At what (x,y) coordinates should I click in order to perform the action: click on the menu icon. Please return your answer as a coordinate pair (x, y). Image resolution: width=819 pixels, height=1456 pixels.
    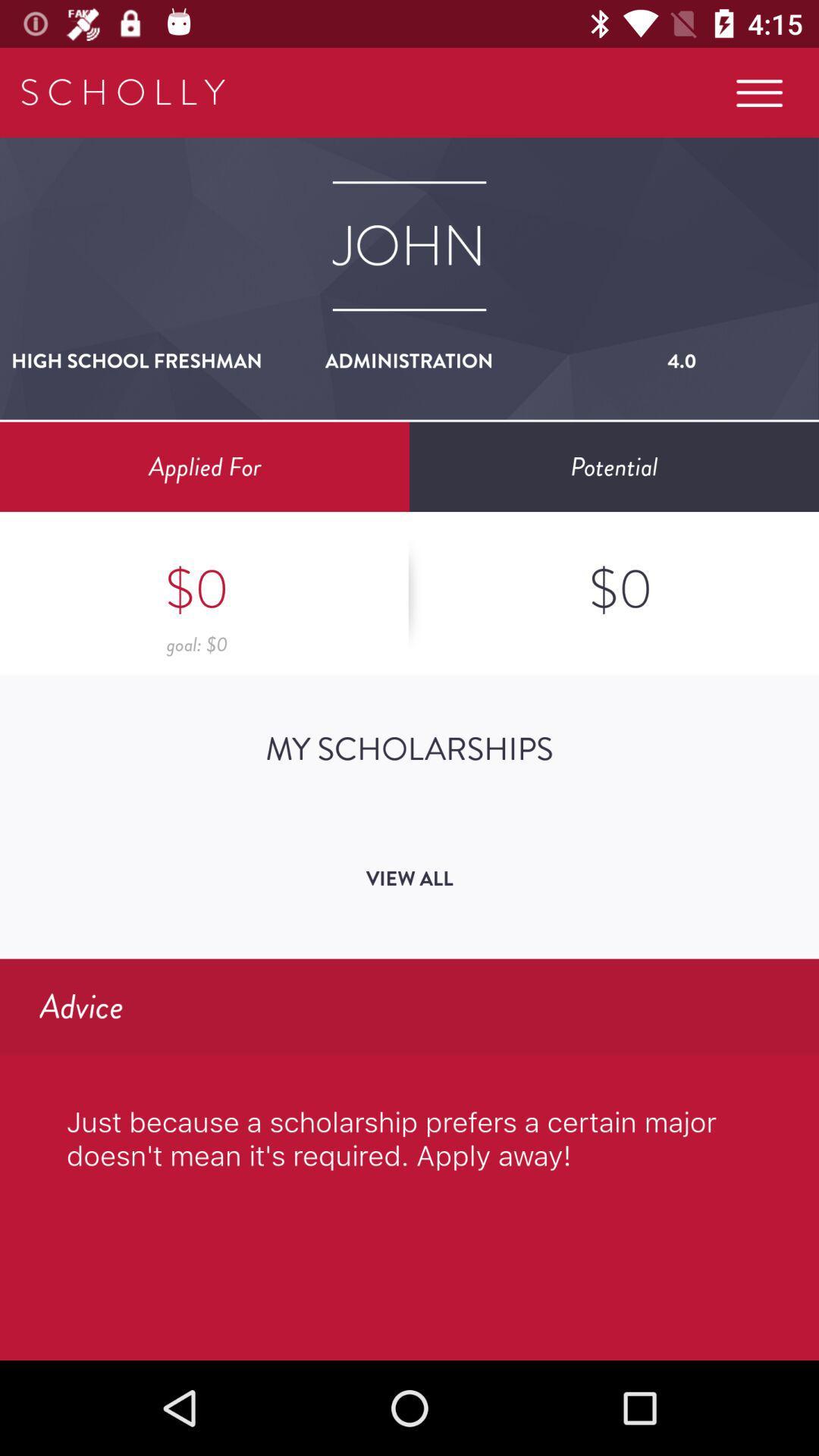
    Looking at the image, I should click on (759, 92).